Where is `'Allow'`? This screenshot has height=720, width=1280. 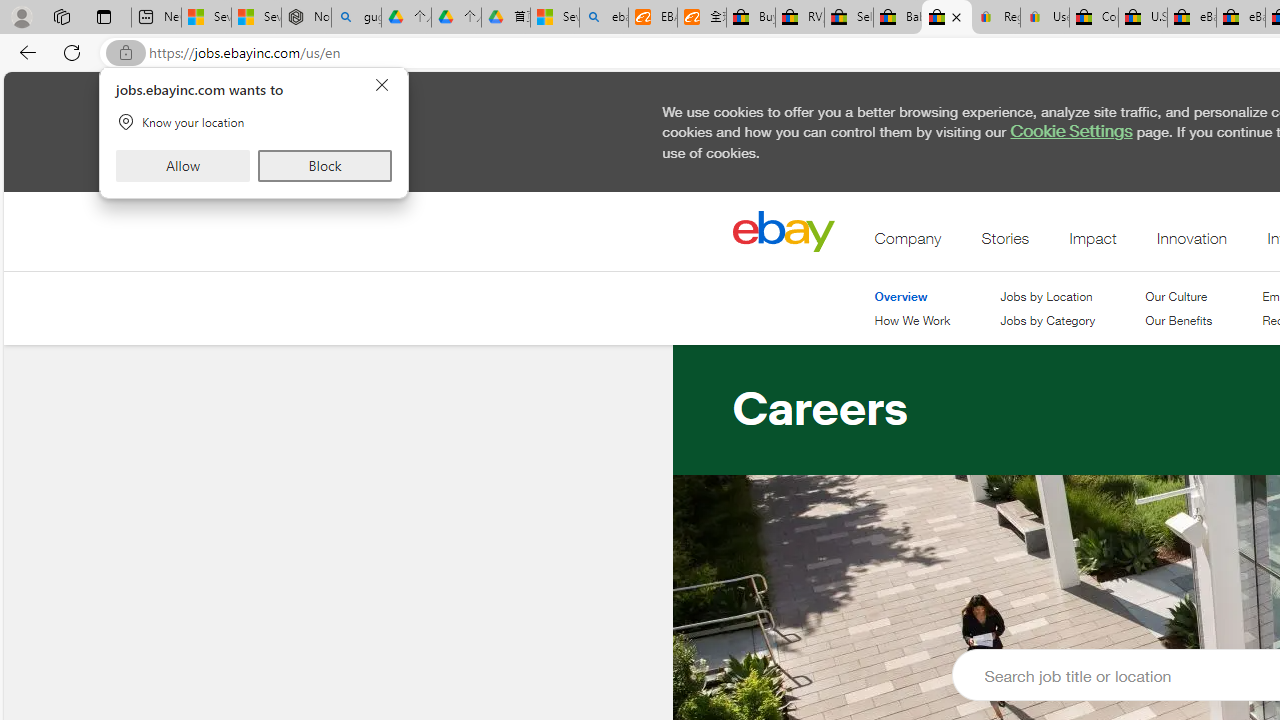 'Allow' is located at coordinates (183, 164).